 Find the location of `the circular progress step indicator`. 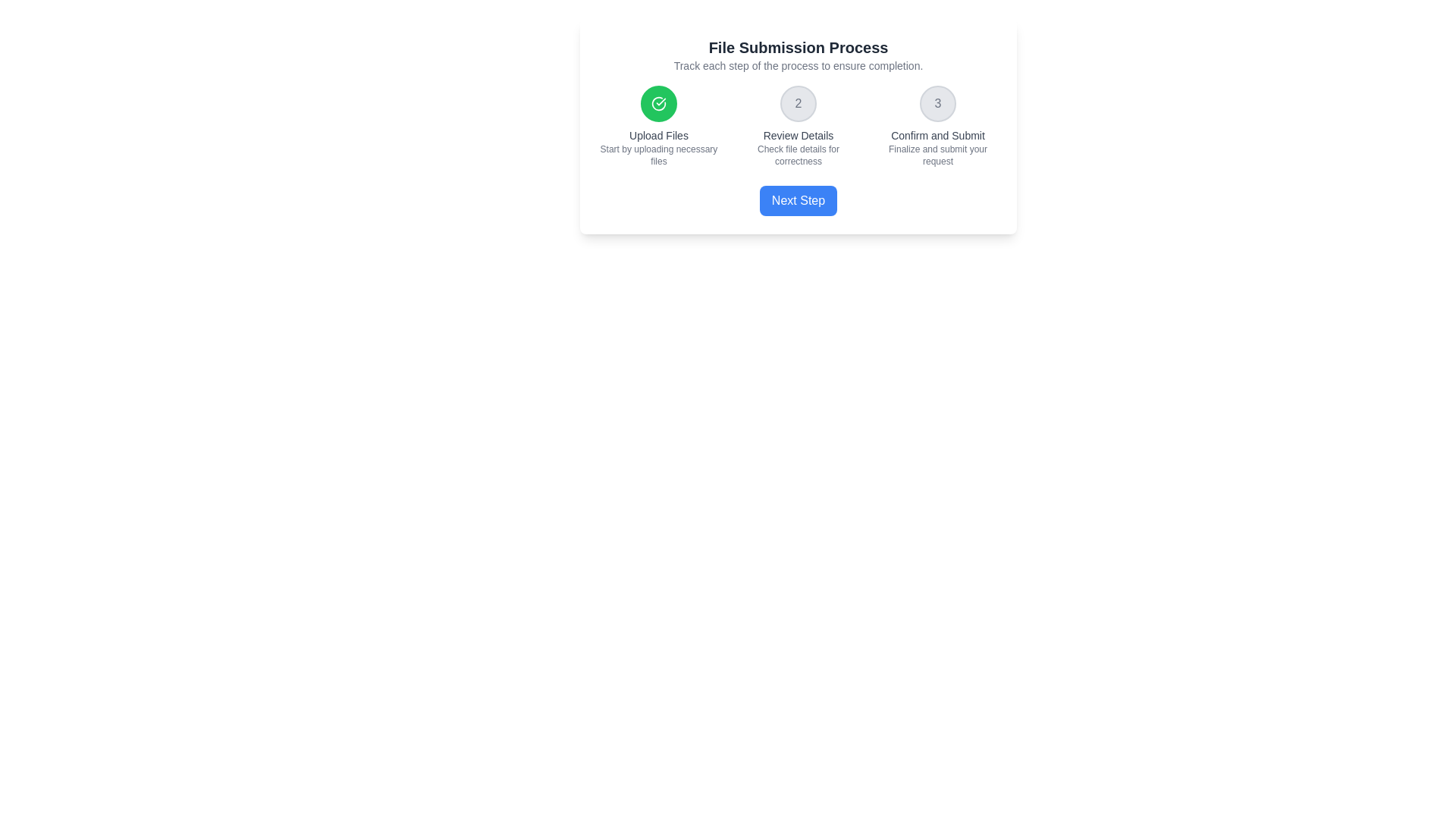

the circular progress step indicator is located at coordinates (797, 103).